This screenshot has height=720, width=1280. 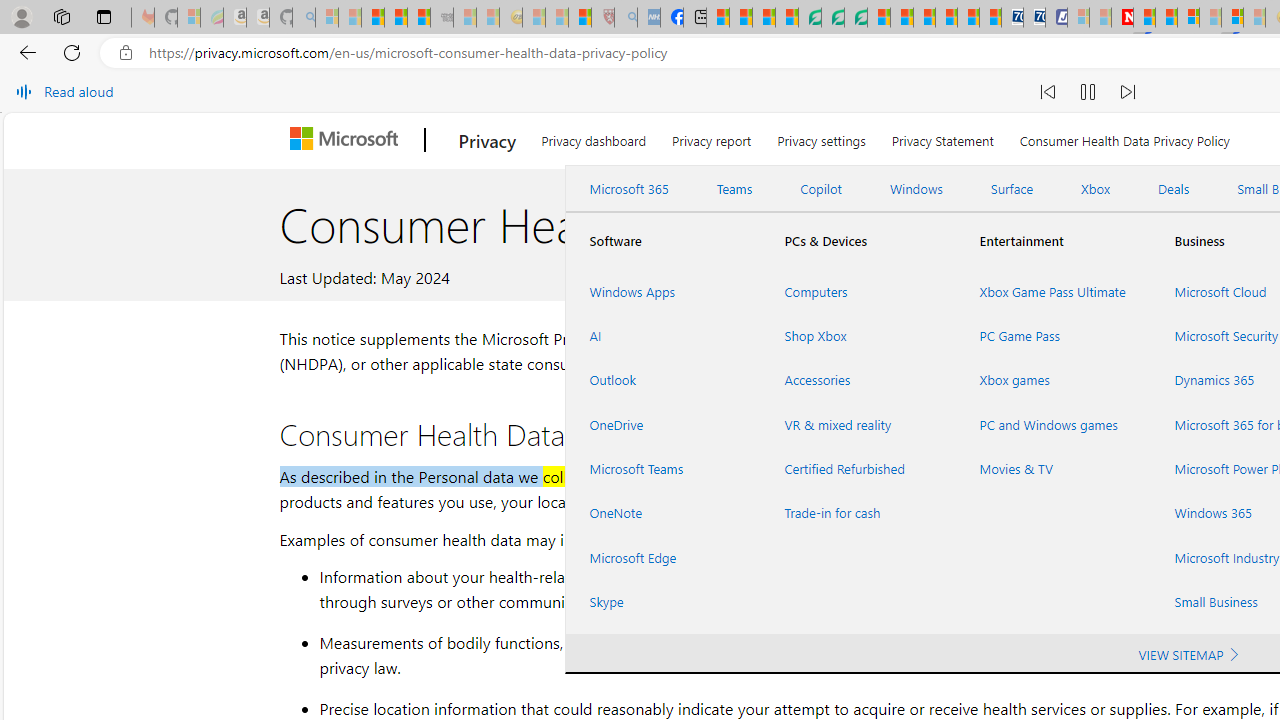 What do you see at coordinates (1122, 17) in the screenshot?
I see `'Latest Politics News & Archive | Newsweek.com'` at bounding box center [1122, 17].